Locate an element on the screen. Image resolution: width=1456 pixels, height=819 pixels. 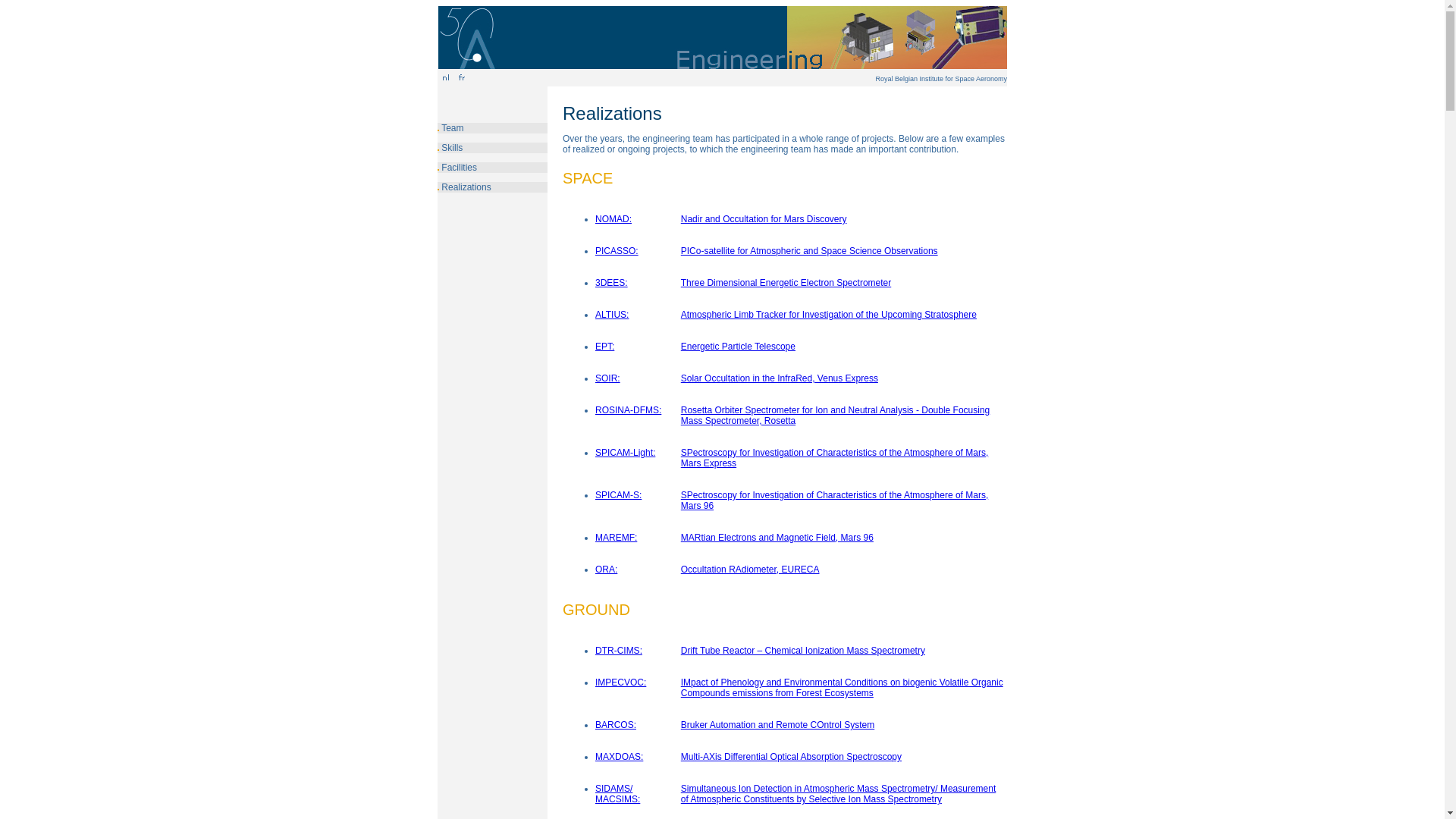
'Skills' is located at coordinates (450, 148).